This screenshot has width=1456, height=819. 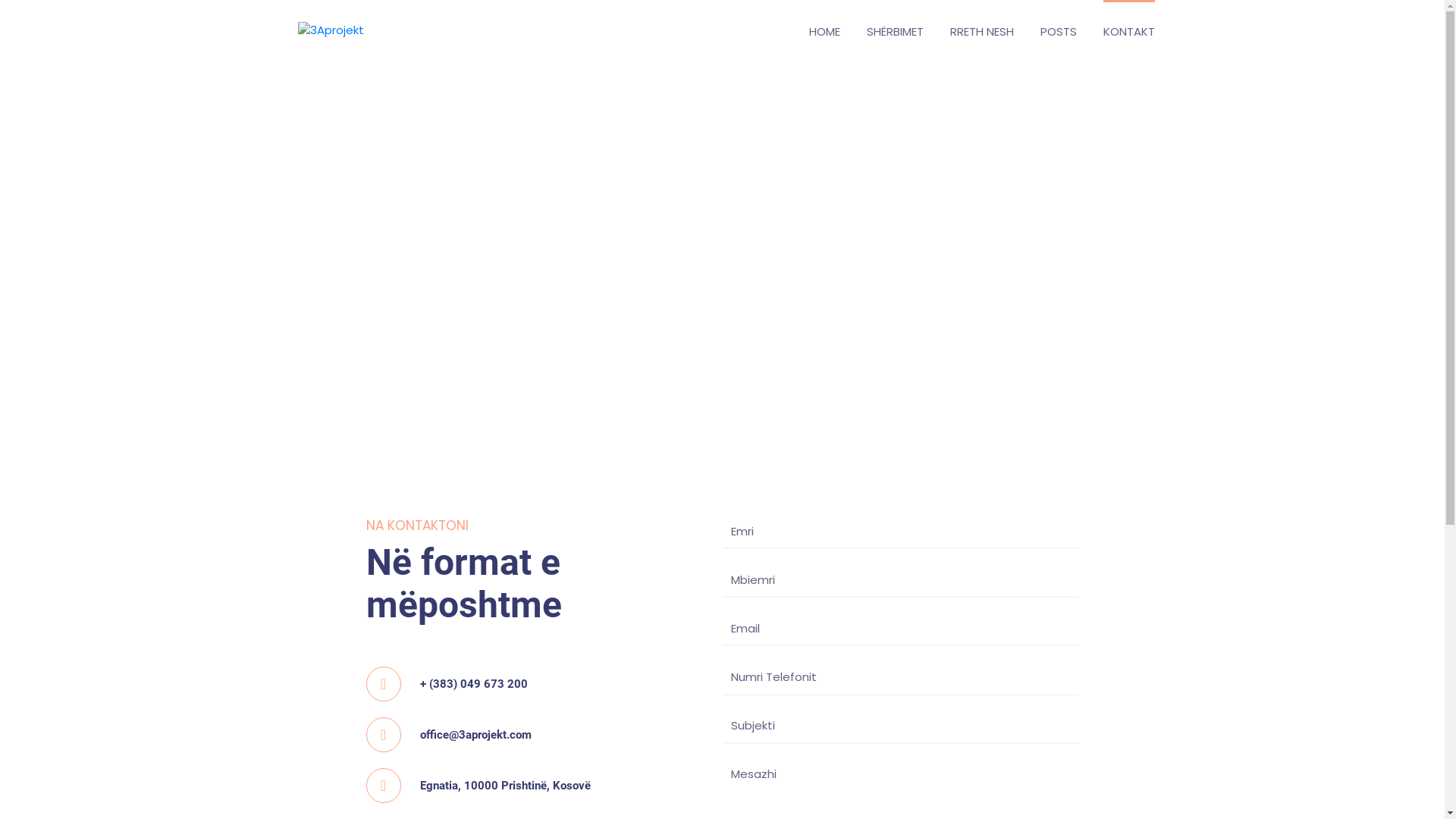 I want to click on 'POSTS', so click(x=1058, y=30).